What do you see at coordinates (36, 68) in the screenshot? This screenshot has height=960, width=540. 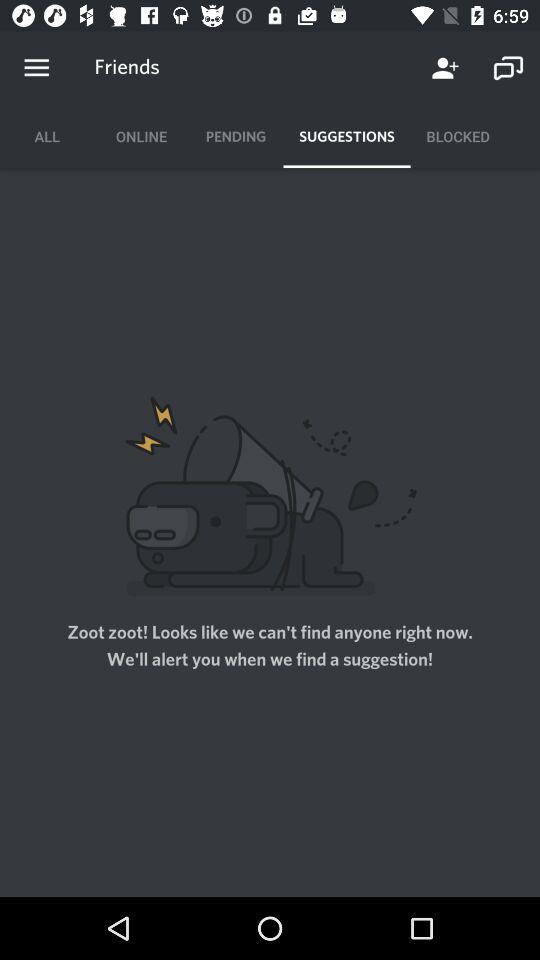 I see `the icon next to friends icon` at bounding box center [36, 68].